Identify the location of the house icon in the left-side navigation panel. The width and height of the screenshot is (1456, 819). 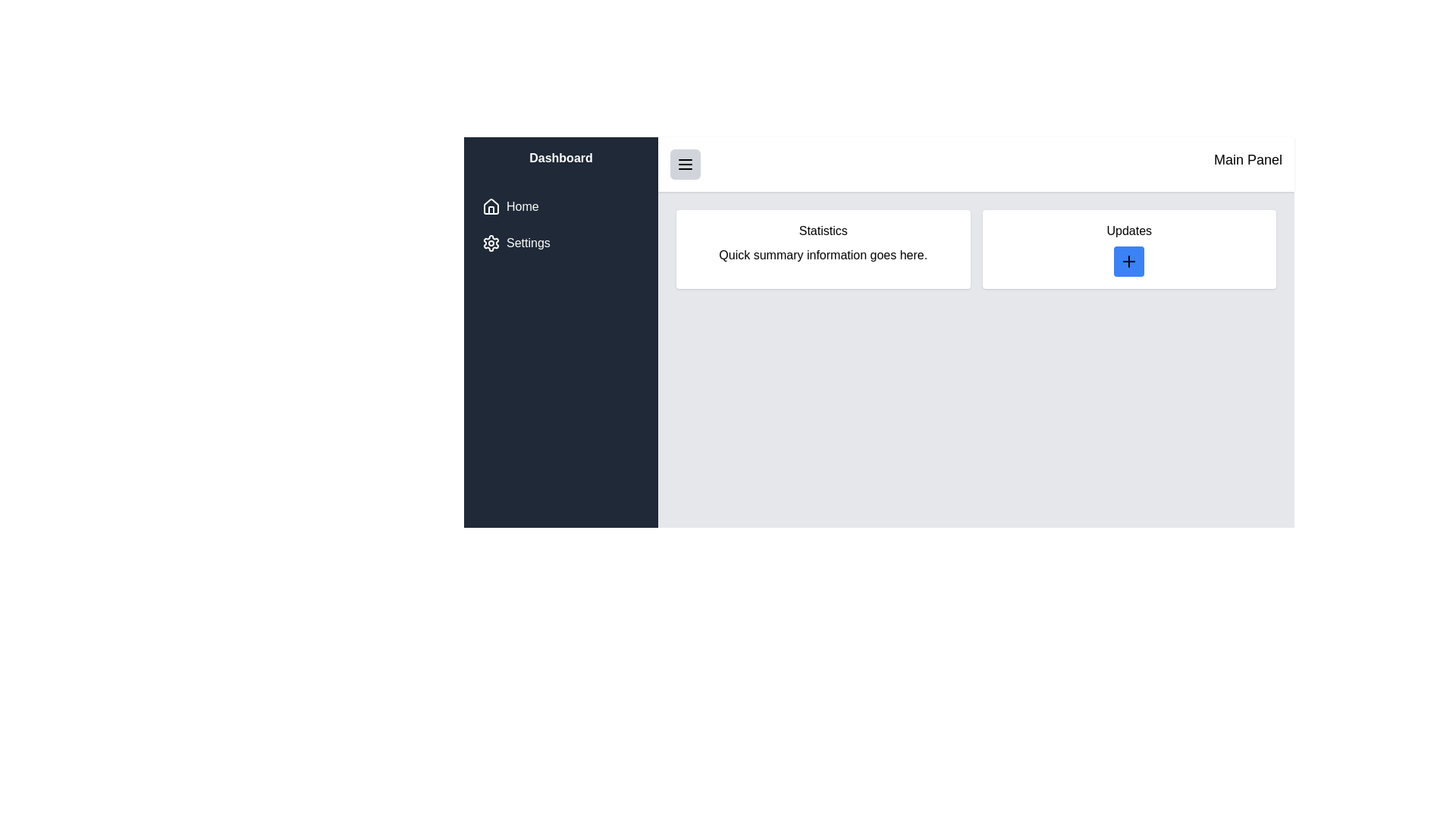
(491, 210).